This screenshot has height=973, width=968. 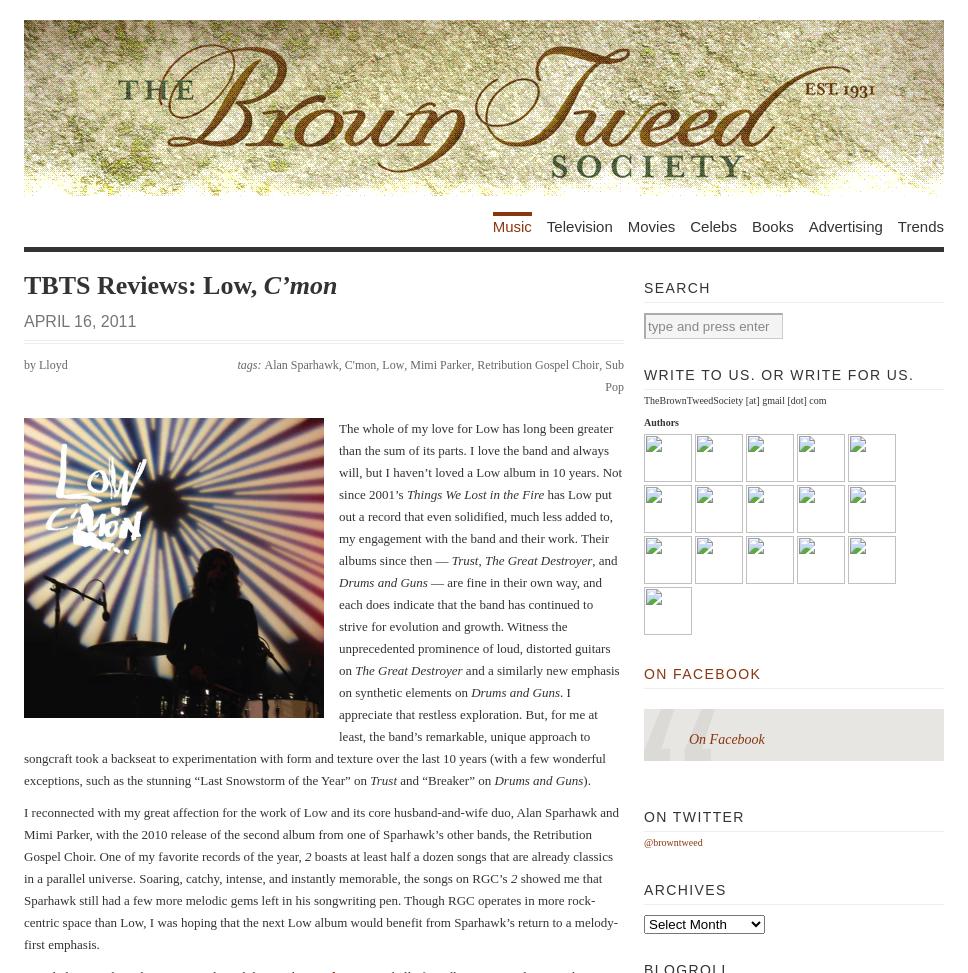 What do you see at coordinates (677, 288) in the screenshot?
I see `'Search'` at bounding box center [677, 288].